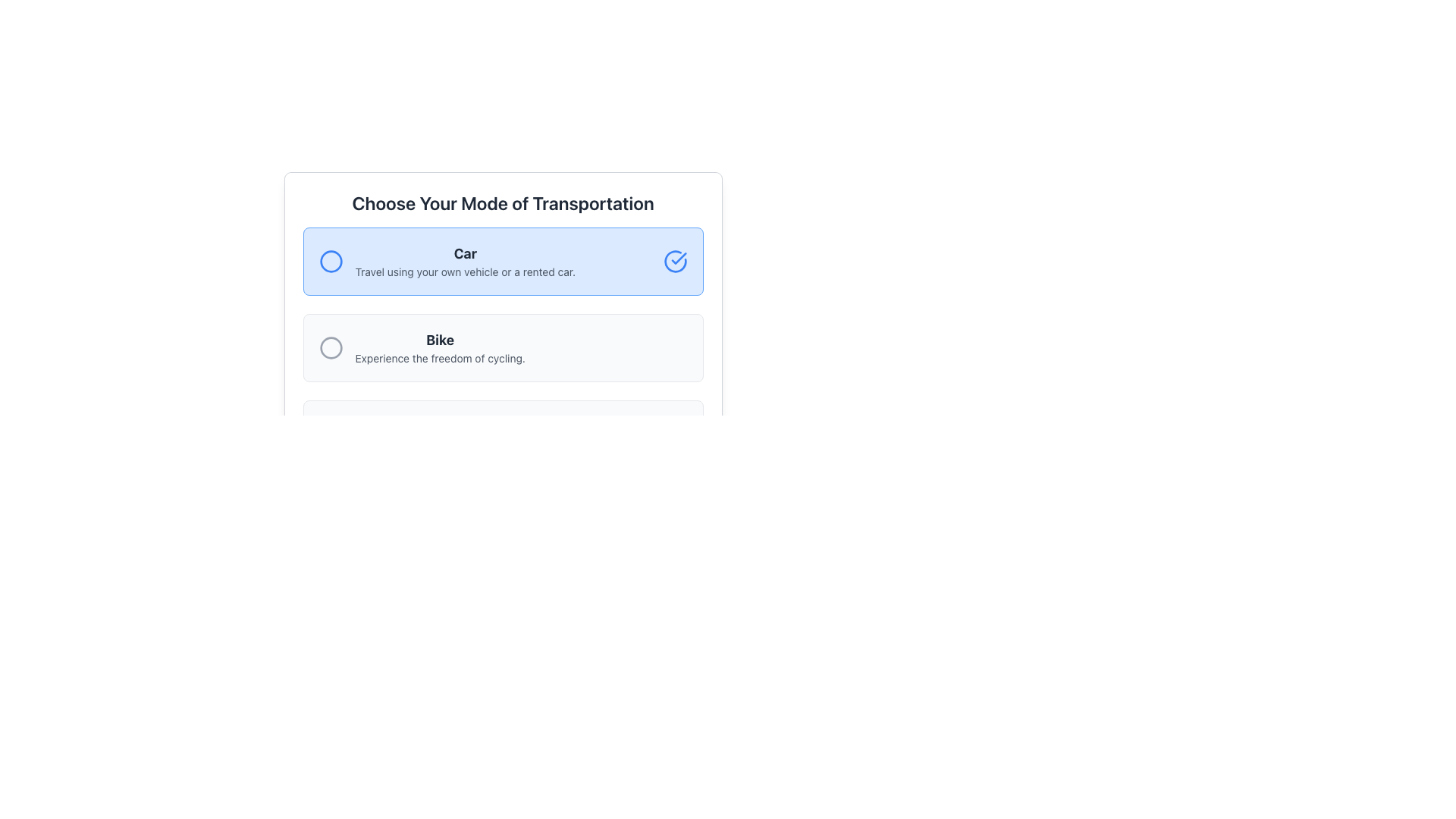 This screenshot has height=819, width=1456. I want to click on the circular SVG element with a blue outline that represents an icon within the 'Car' selection card, the first option in the transport modes list, so click(330, 260).